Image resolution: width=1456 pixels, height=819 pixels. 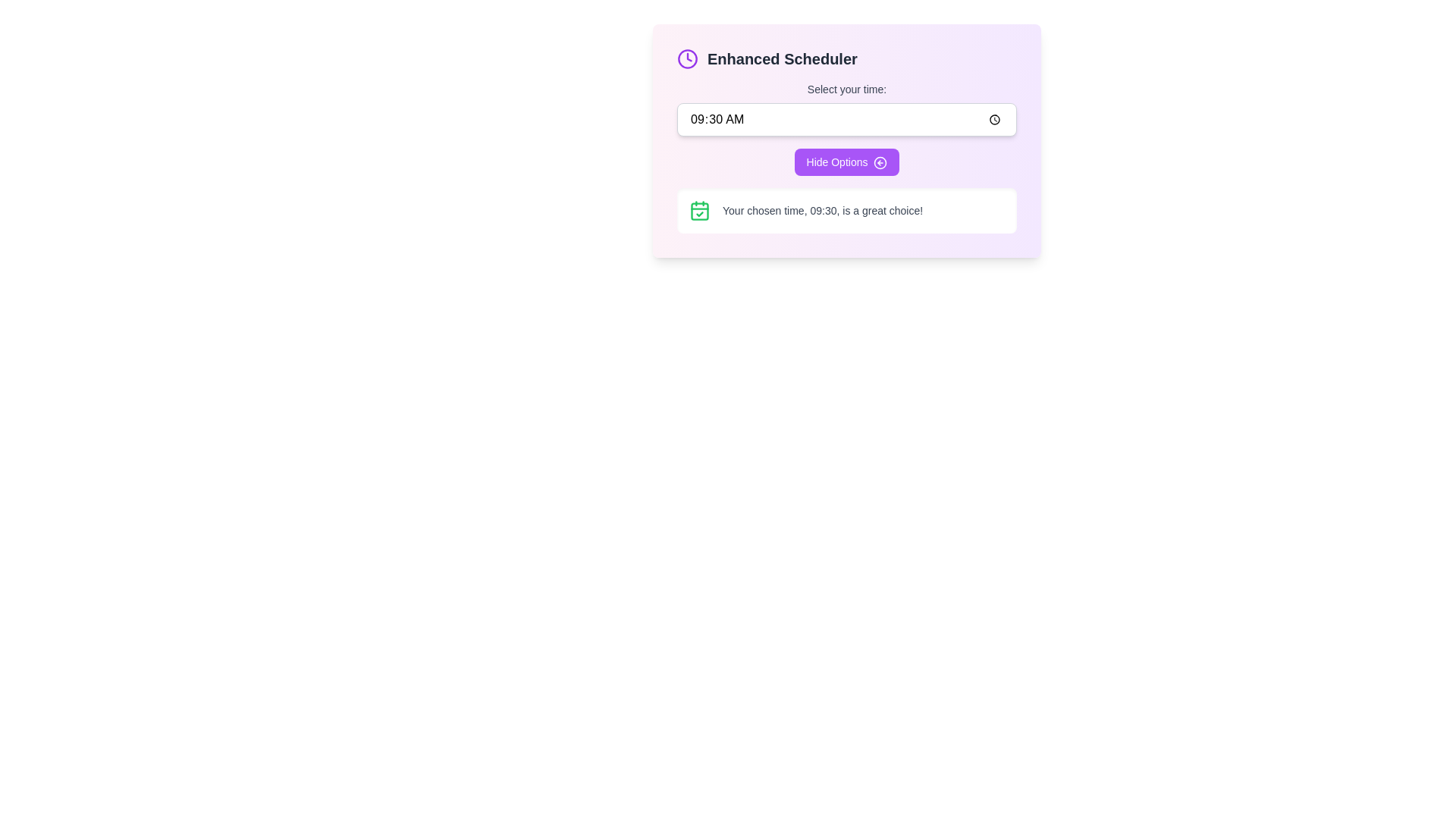 I want to click on the 'Hide Options' button in the central scheduling interface, so click(x=846, y=140).